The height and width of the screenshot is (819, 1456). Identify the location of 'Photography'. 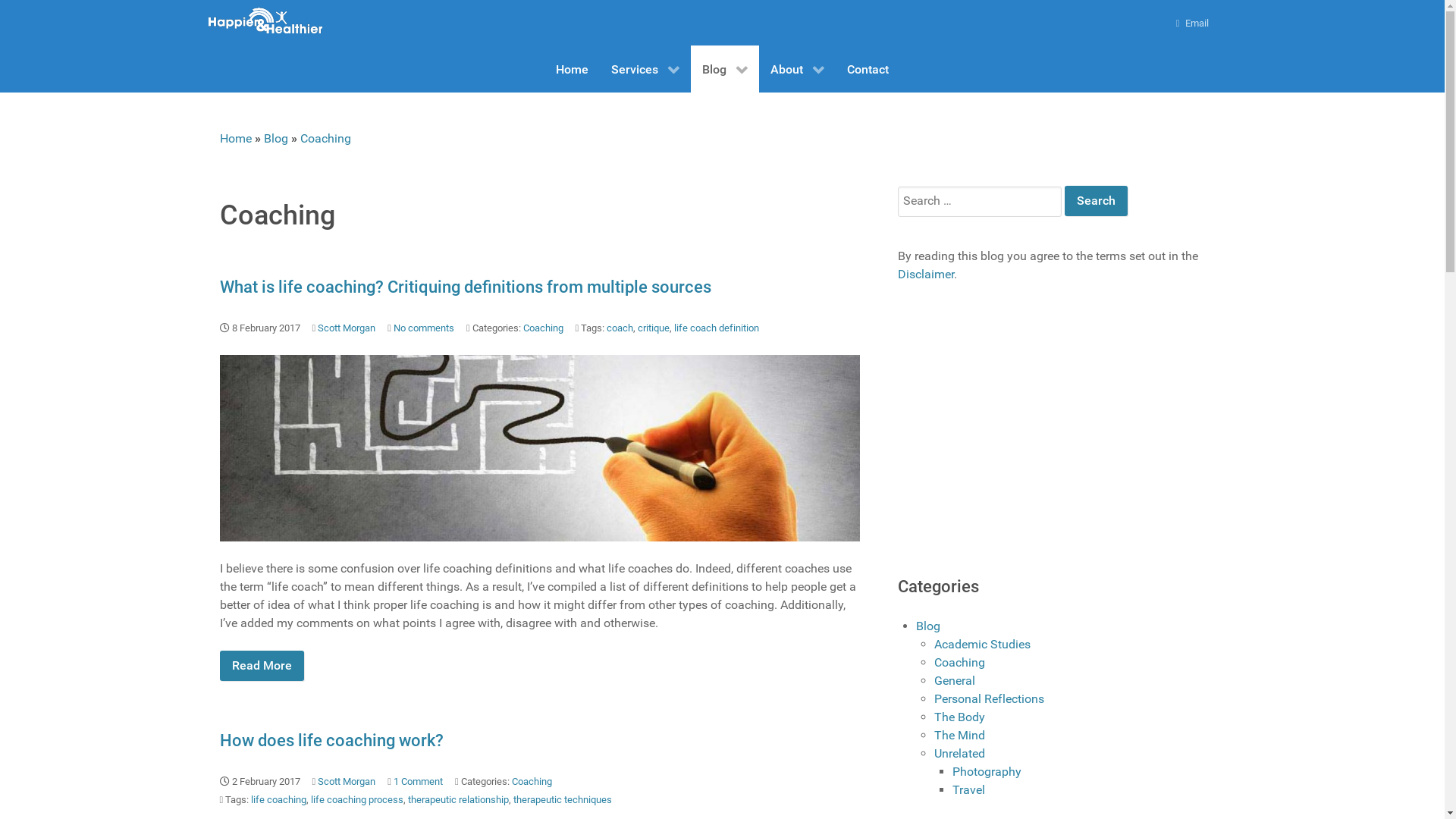
(952, 771).